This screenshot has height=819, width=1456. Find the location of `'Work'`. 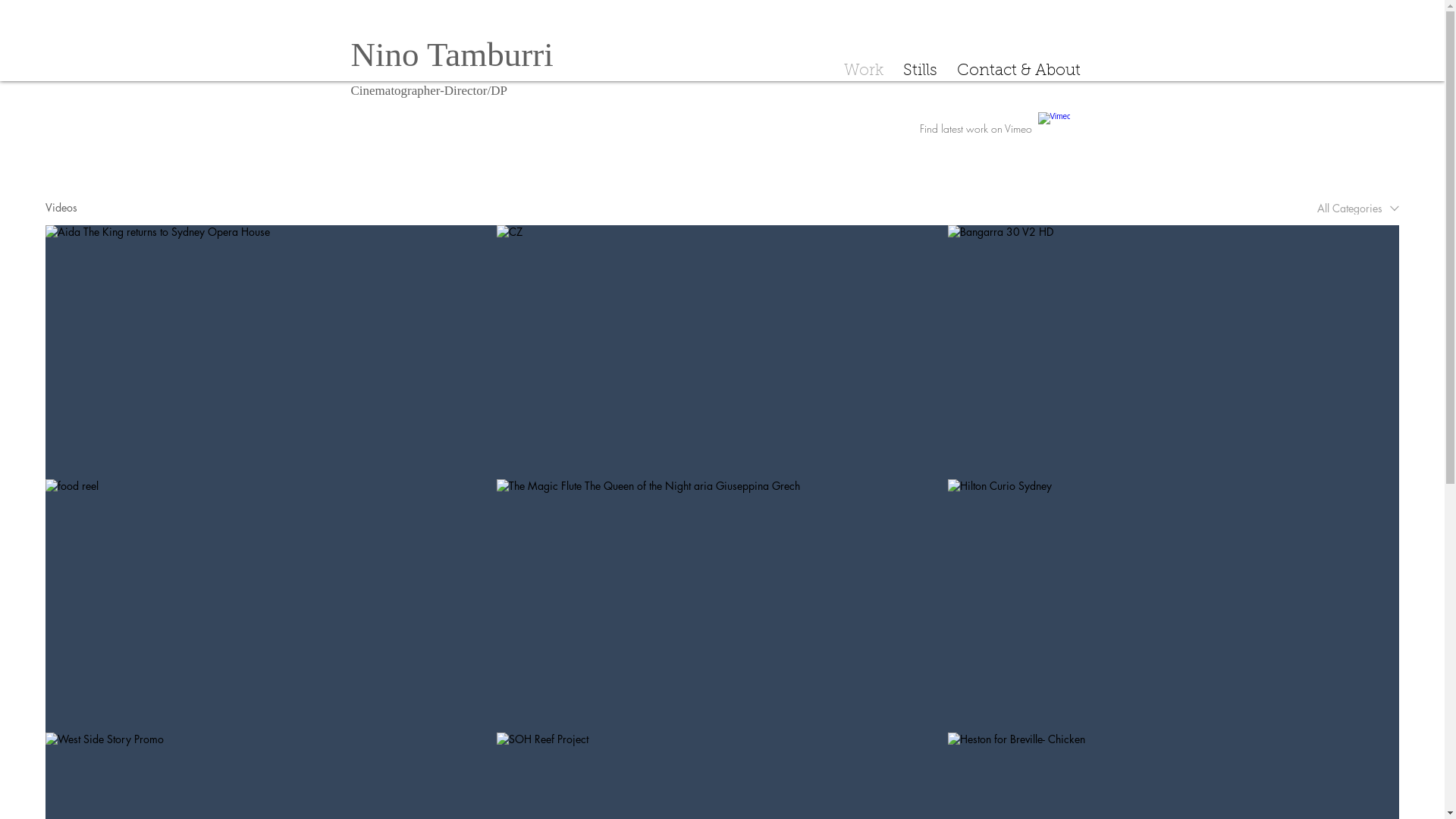

'Work' is located at coordinates (863, 67).